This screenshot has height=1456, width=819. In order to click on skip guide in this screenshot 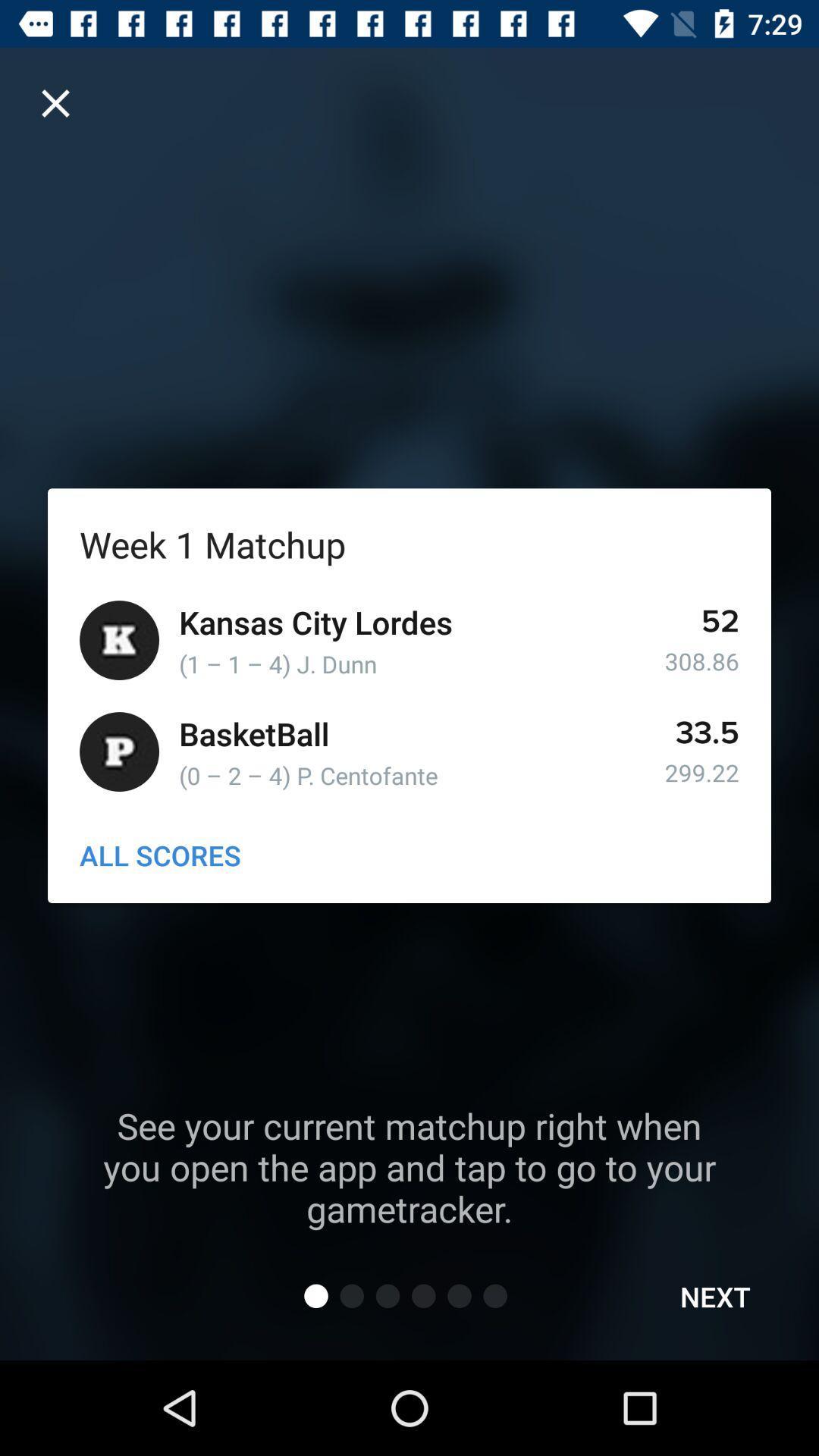, I will do `click(55, 102)`.